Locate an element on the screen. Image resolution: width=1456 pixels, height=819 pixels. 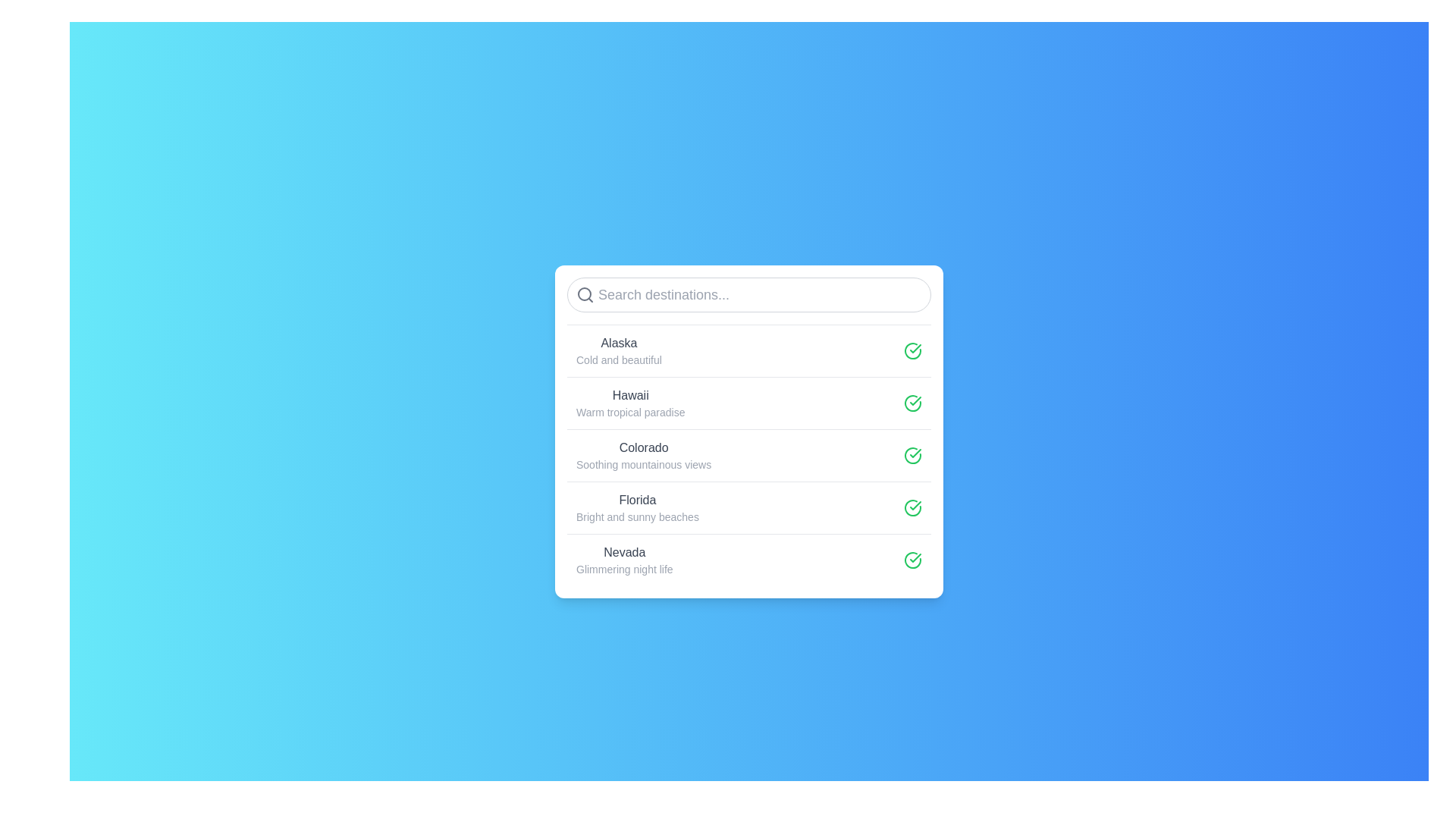
the static informational text element showcasing the destination 'Florida' with the descriptor 'Bright and sunny beaches', which is the fourth list item in the vertically stacked list is located at coordinates (637, 507).